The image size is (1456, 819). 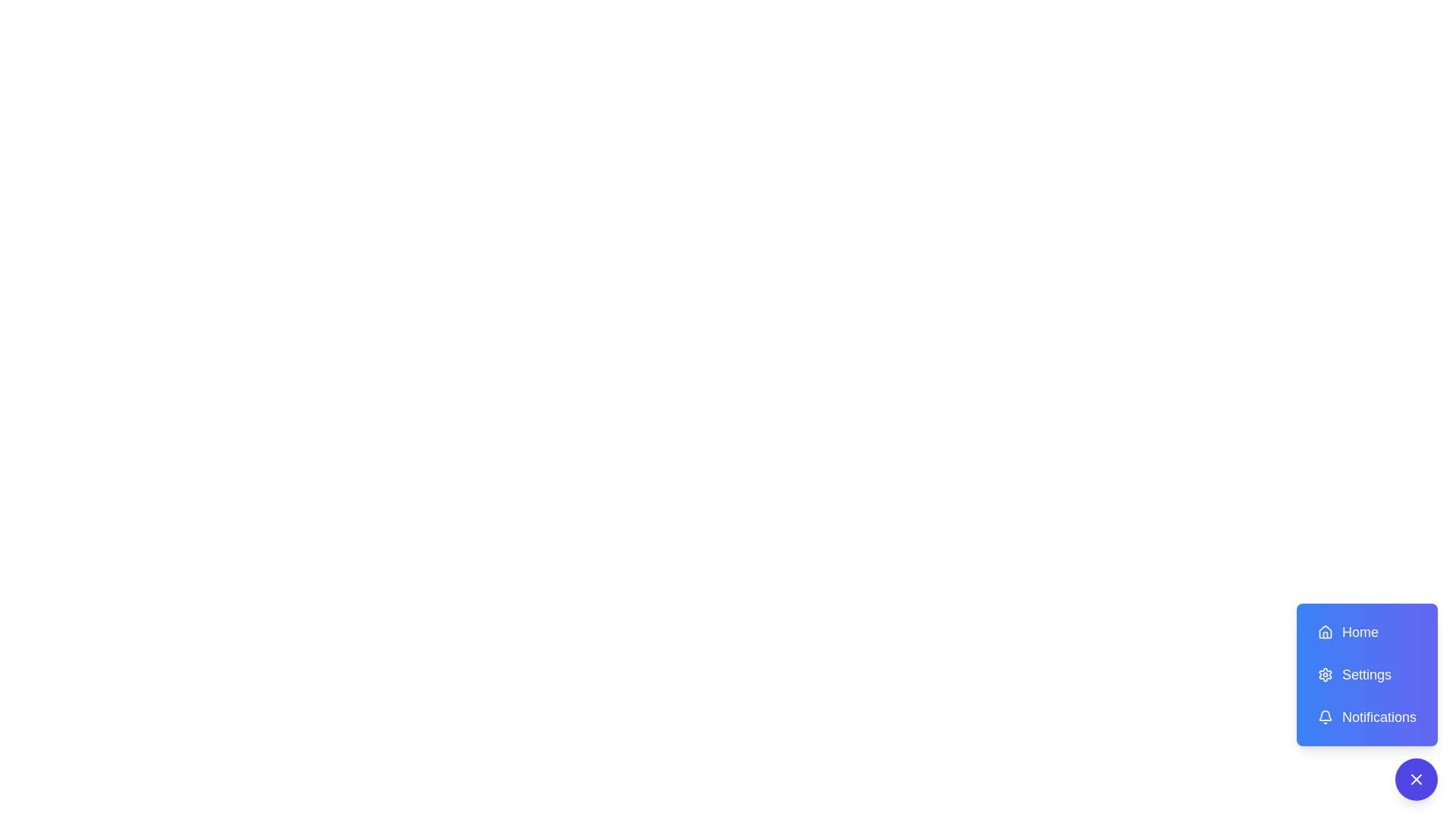 I want to click on the 'Notifications' button, which has a blue background, white text, and a bell icon, located in the bottom-right menu below 'Settings', so click(x=1367, y=717).